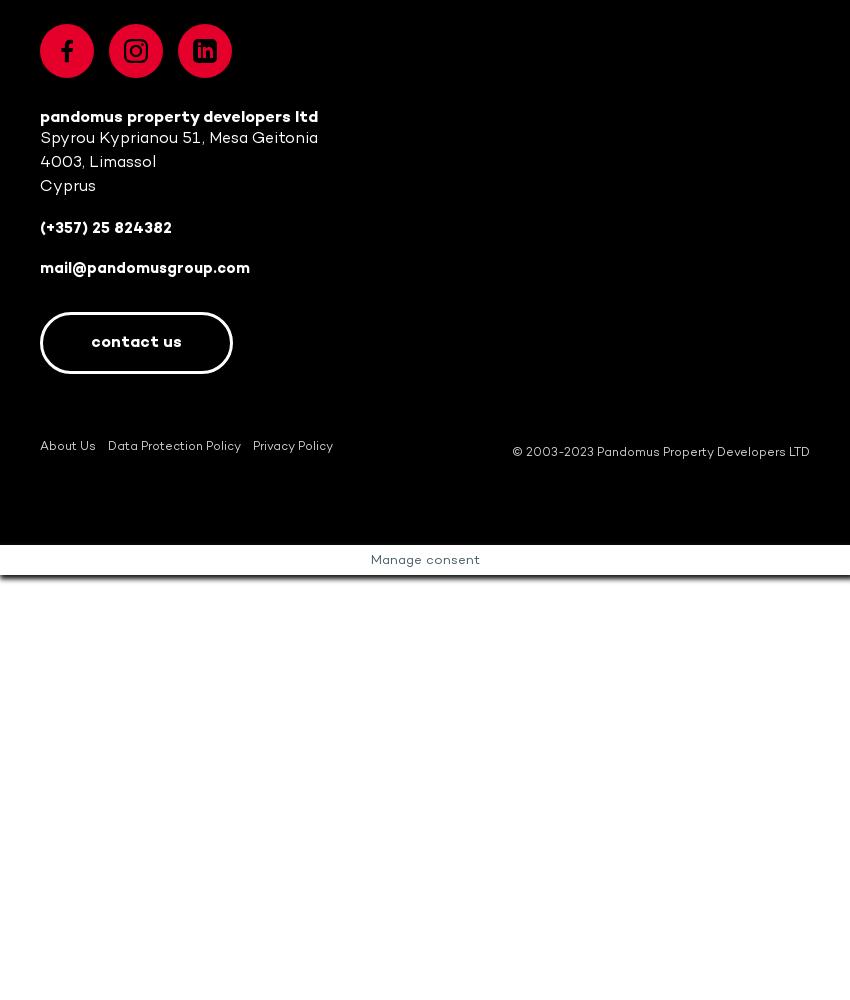 The height and width of the screenshot is (1000, 850). I want to click on 'Manage consent', so click(424, 559).